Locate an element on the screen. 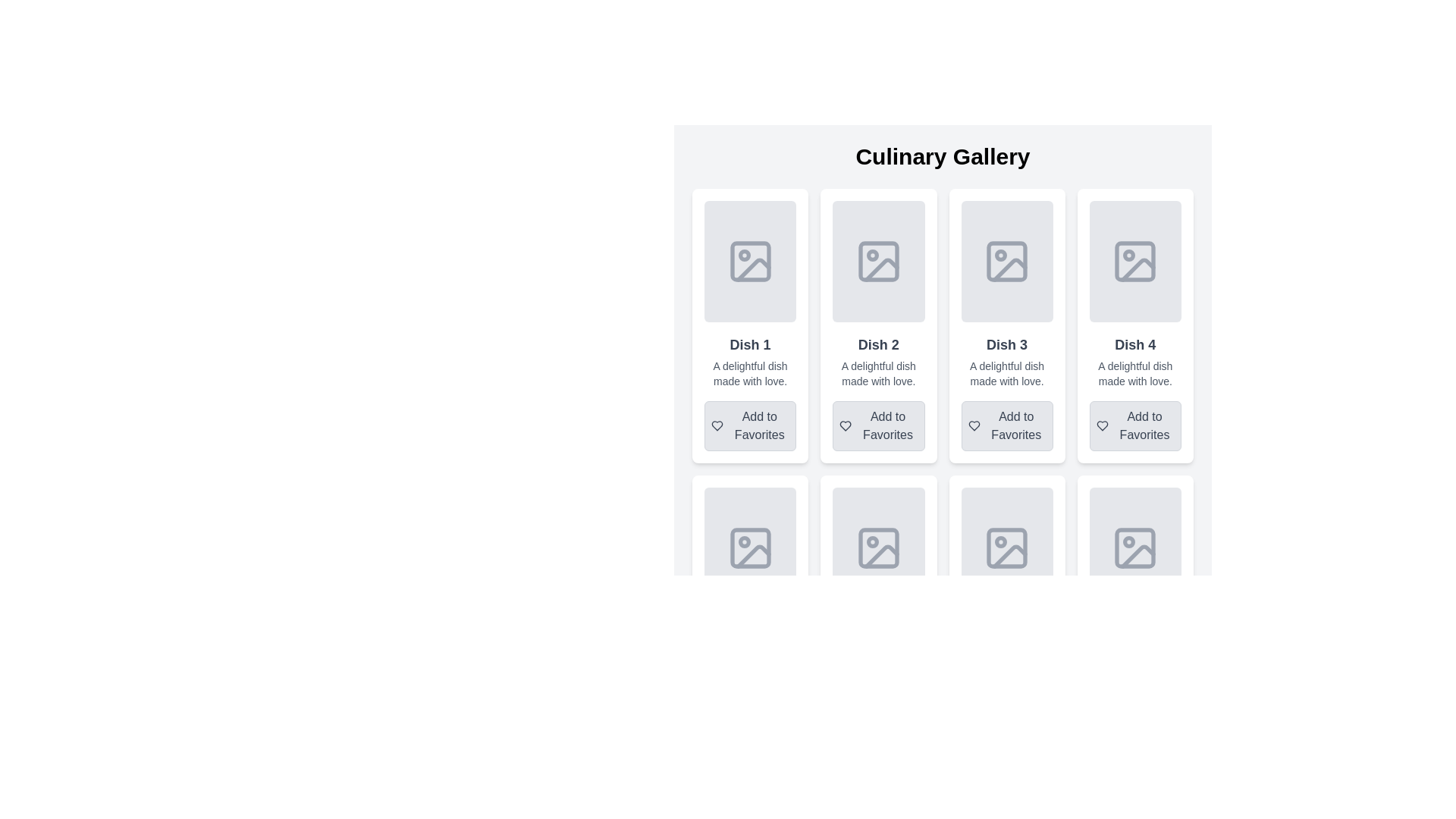 The width and height of the screenshot is (1456, 819). the Circle SVG element representing a detail in the icon design for the 'Dish 3' entry, located in the second row, third column of the grid layout is located at coordinates (1001, 541).